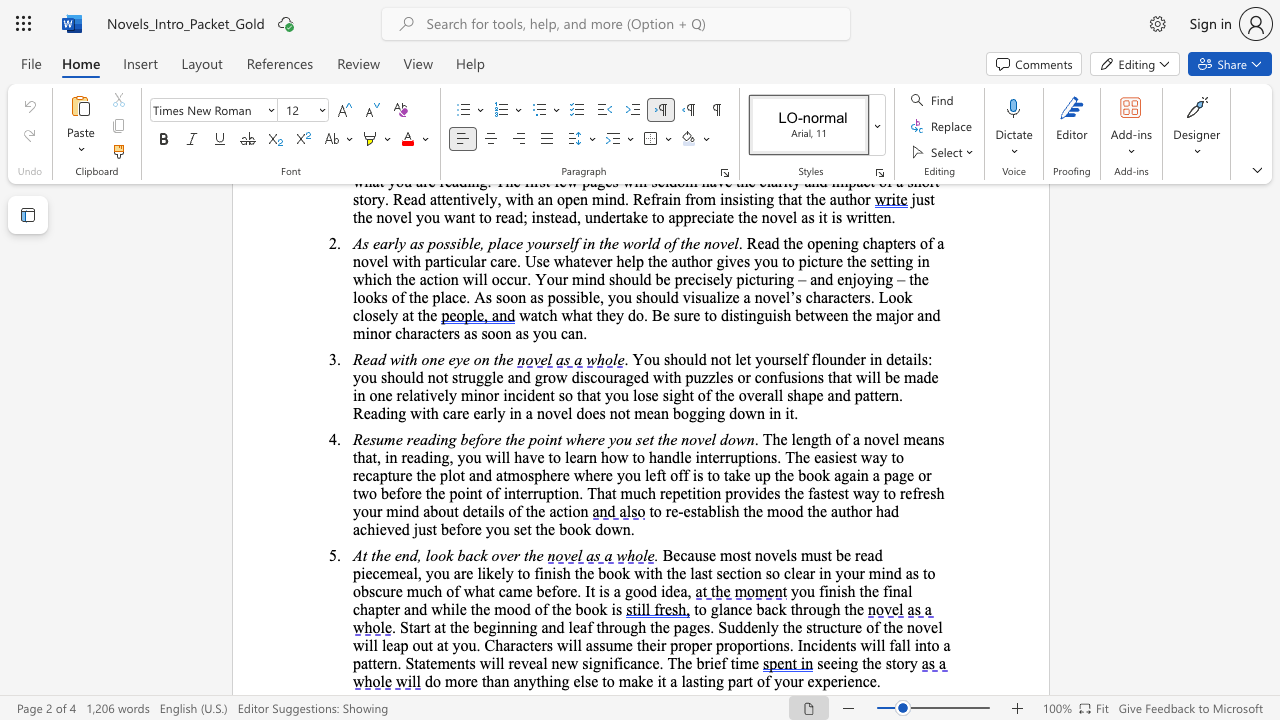 This screenshot has width=1280, height=720. I want to click on the subset text "o glance back throu" within the text "to glance back through the", so click(698, 608).